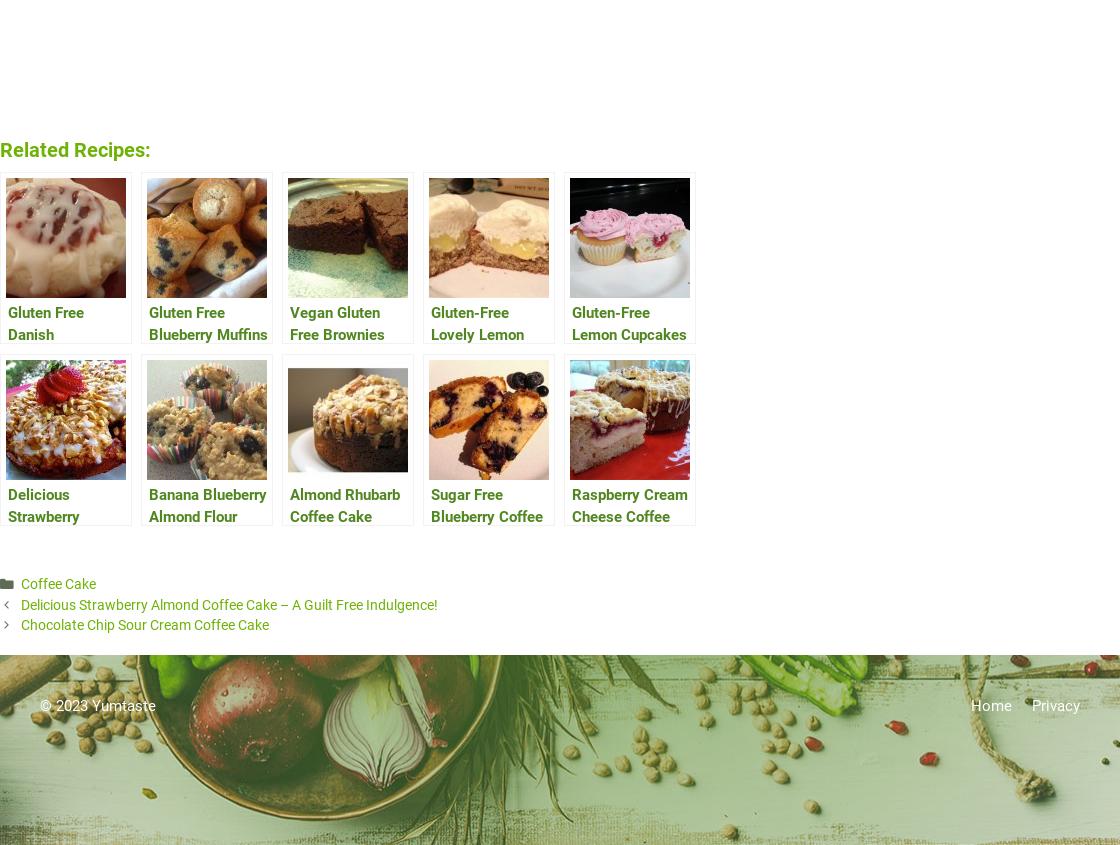  What do you see at coordinates (208, 323) in the screenshot?
I see `'Gluten Free Blueberry Muffins'` at bounding box center [208, 323].